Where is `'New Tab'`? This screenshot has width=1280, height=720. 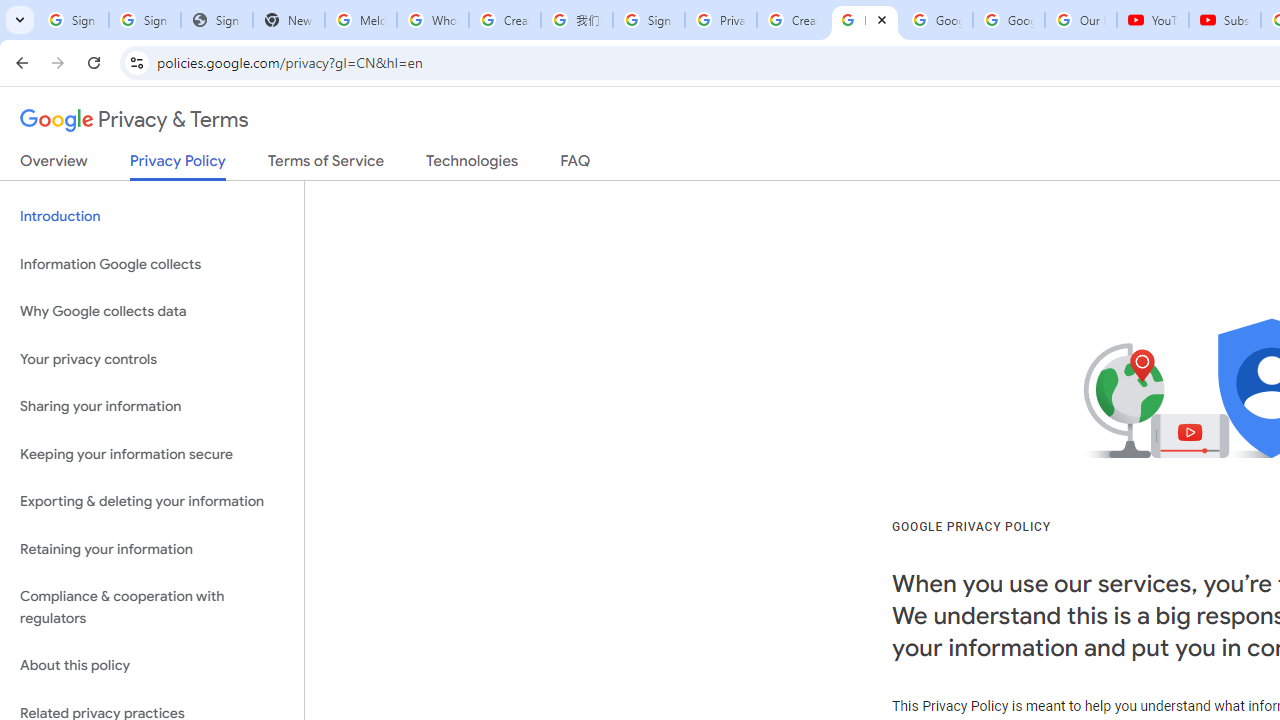
'New Tab' is located at coordinates (288, 20).